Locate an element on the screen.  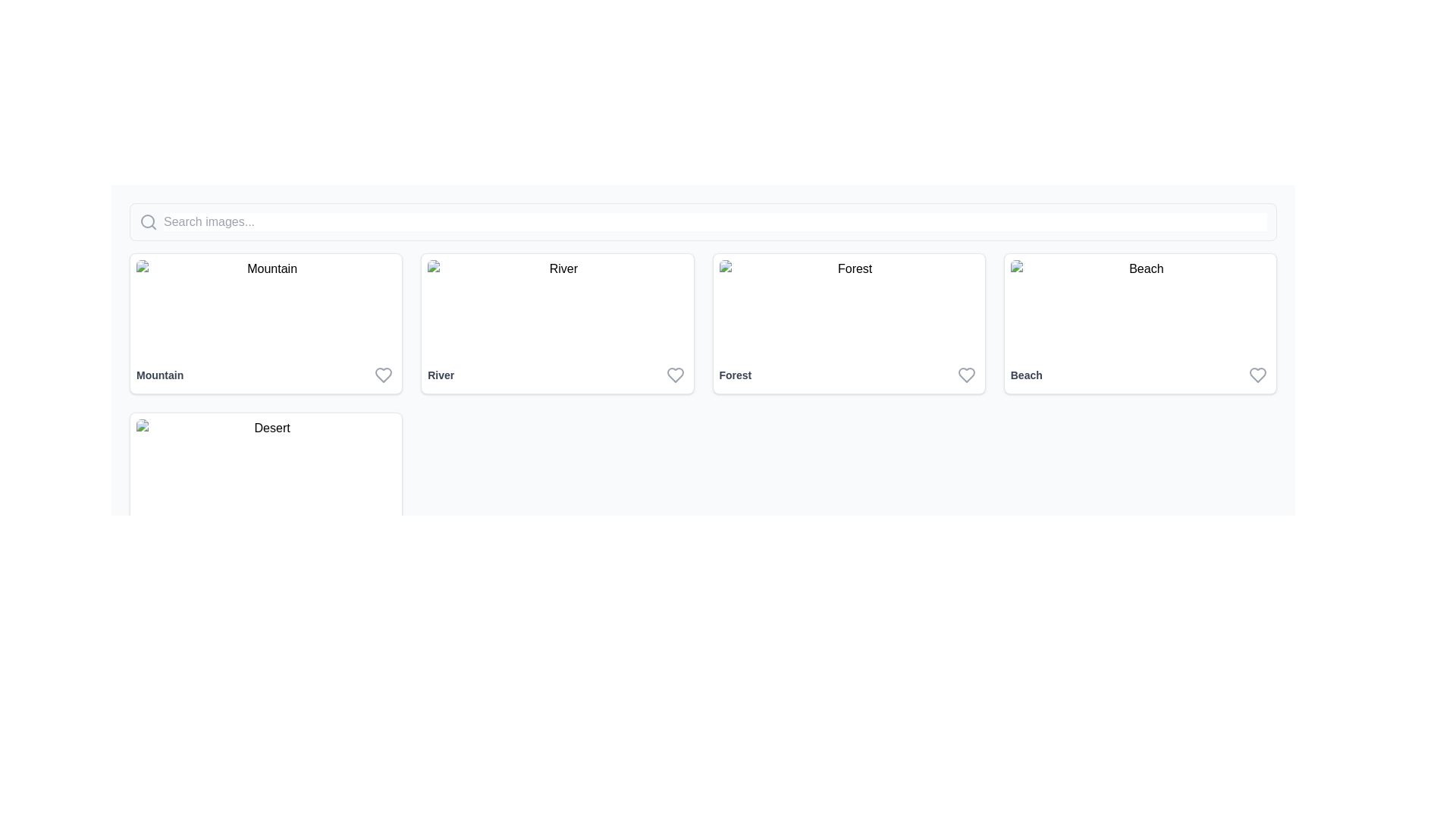
the heart-shaped icon located at the bottom right corner of the 'Beach' card, which has a modern, minimalistic design is located at coordinates (1258, 375).